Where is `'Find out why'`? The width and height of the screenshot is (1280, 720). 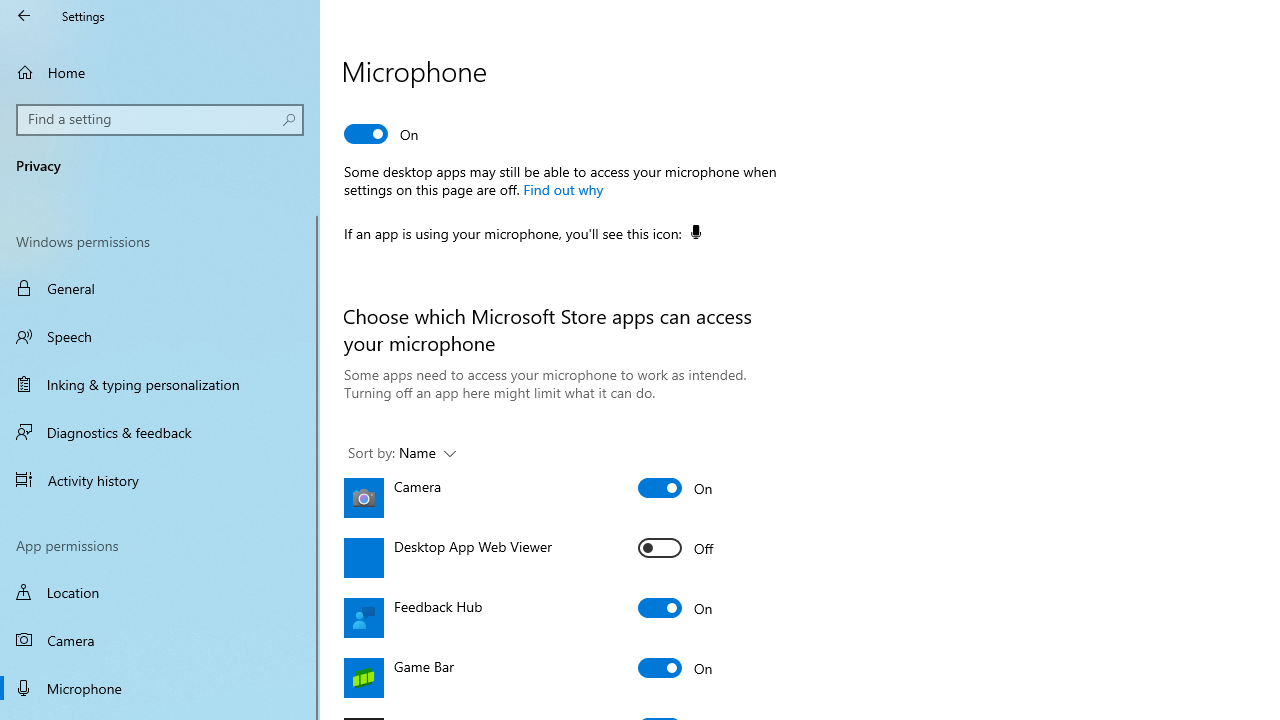 'Find out why' is located at coordinates (561, 189).